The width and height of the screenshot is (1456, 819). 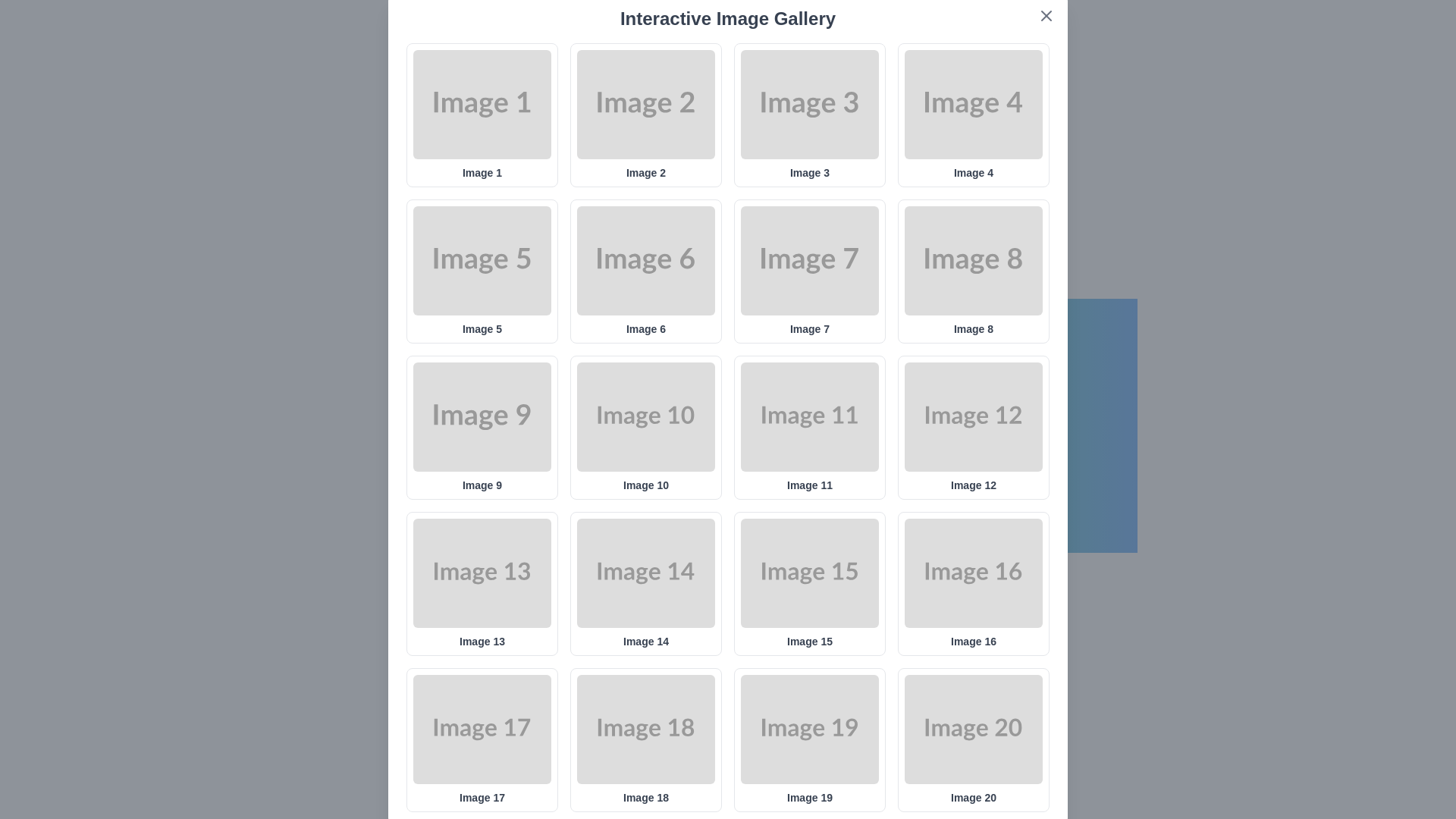 What do you see at coordinates (1046, 15) in the screenshot?
I see `the close button located at the top-right corner of the dialog` at bounding box center [1046, 15].